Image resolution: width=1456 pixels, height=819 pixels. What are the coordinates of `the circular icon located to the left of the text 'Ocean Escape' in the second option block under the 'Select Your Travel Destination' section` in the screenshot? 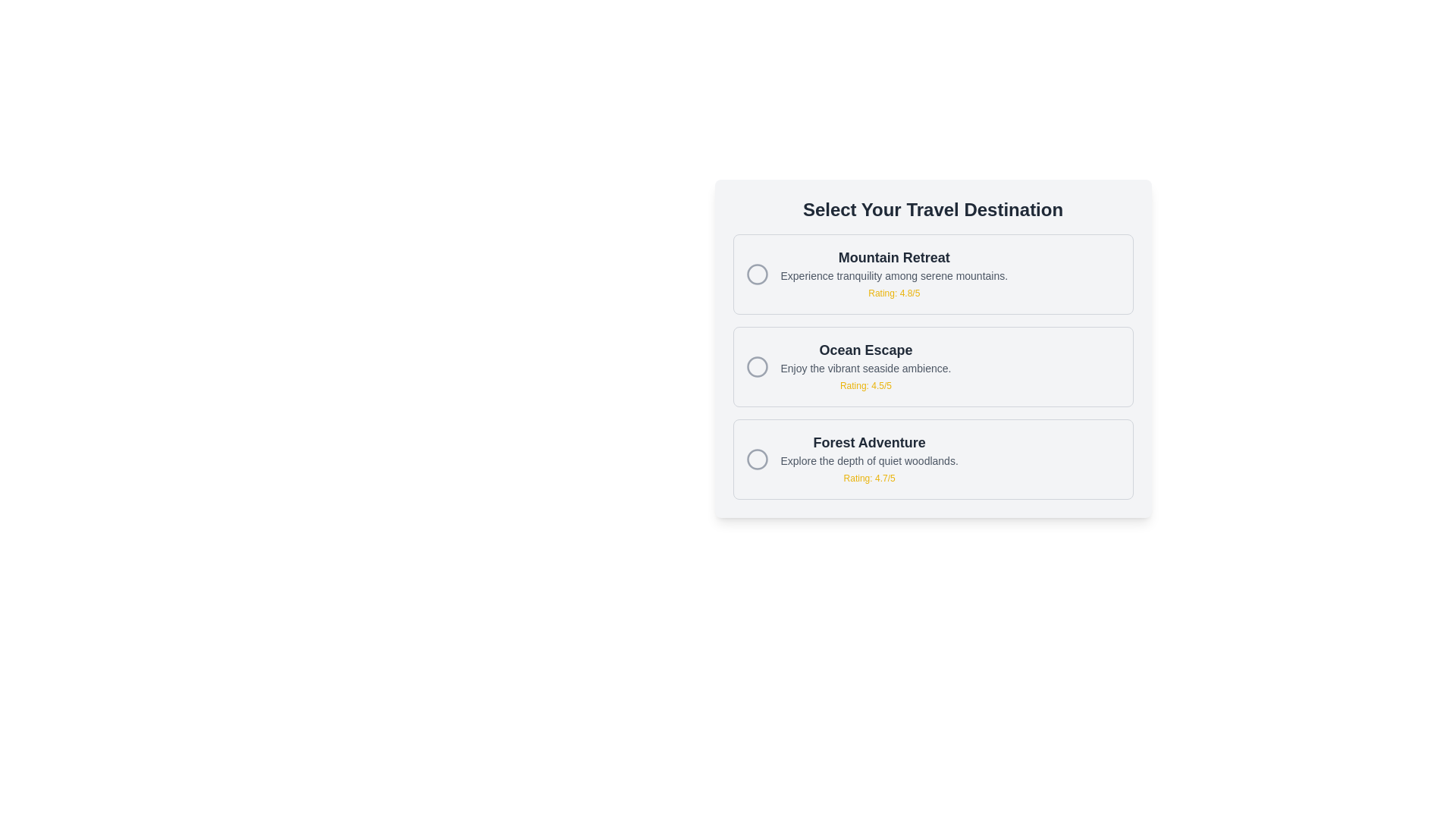 It's located at (757, 366).